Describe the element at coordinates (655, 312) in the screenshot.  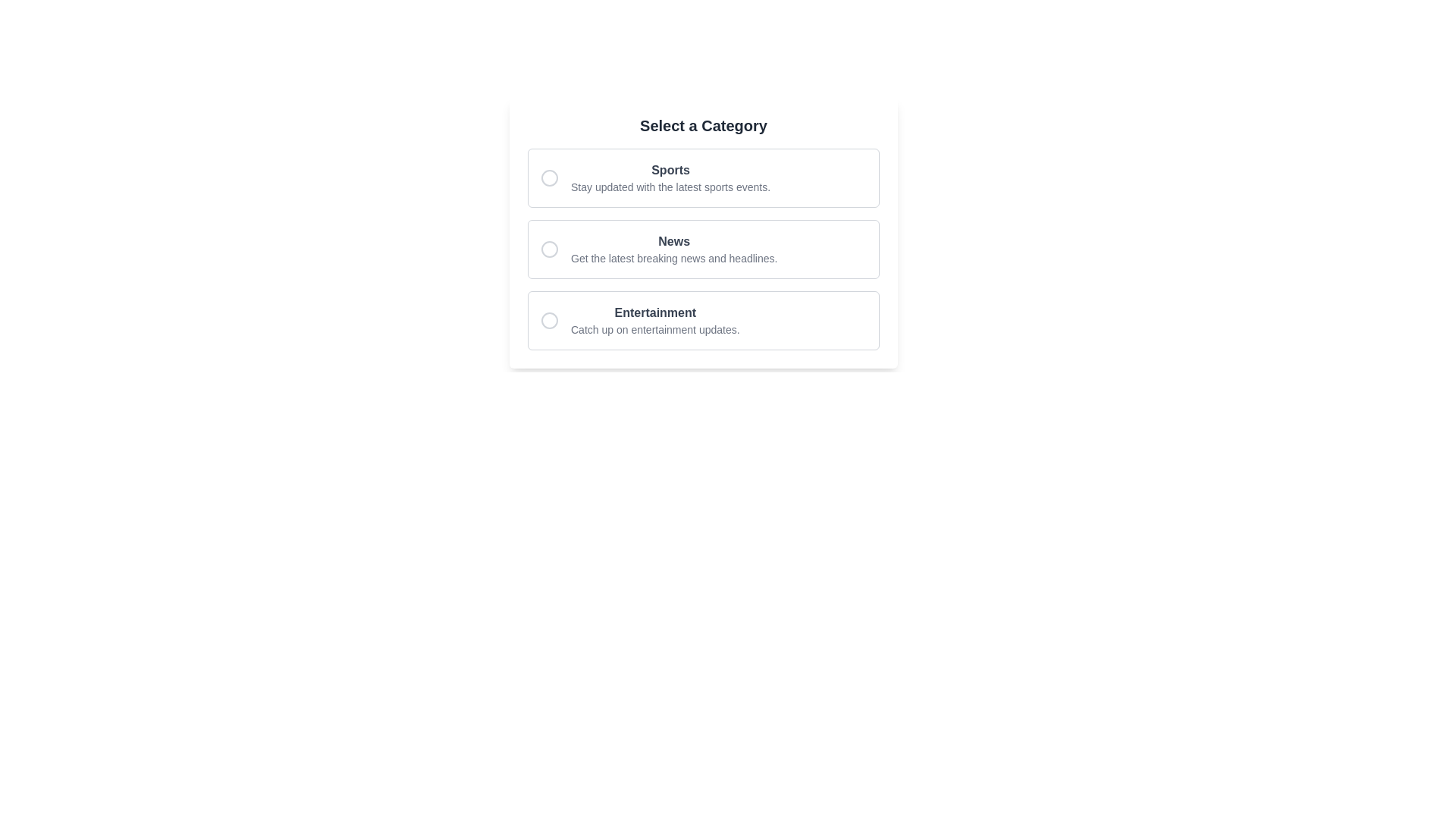
I see `the 'Entertainment' label in the third category box under 'Select a Category'` at that location.